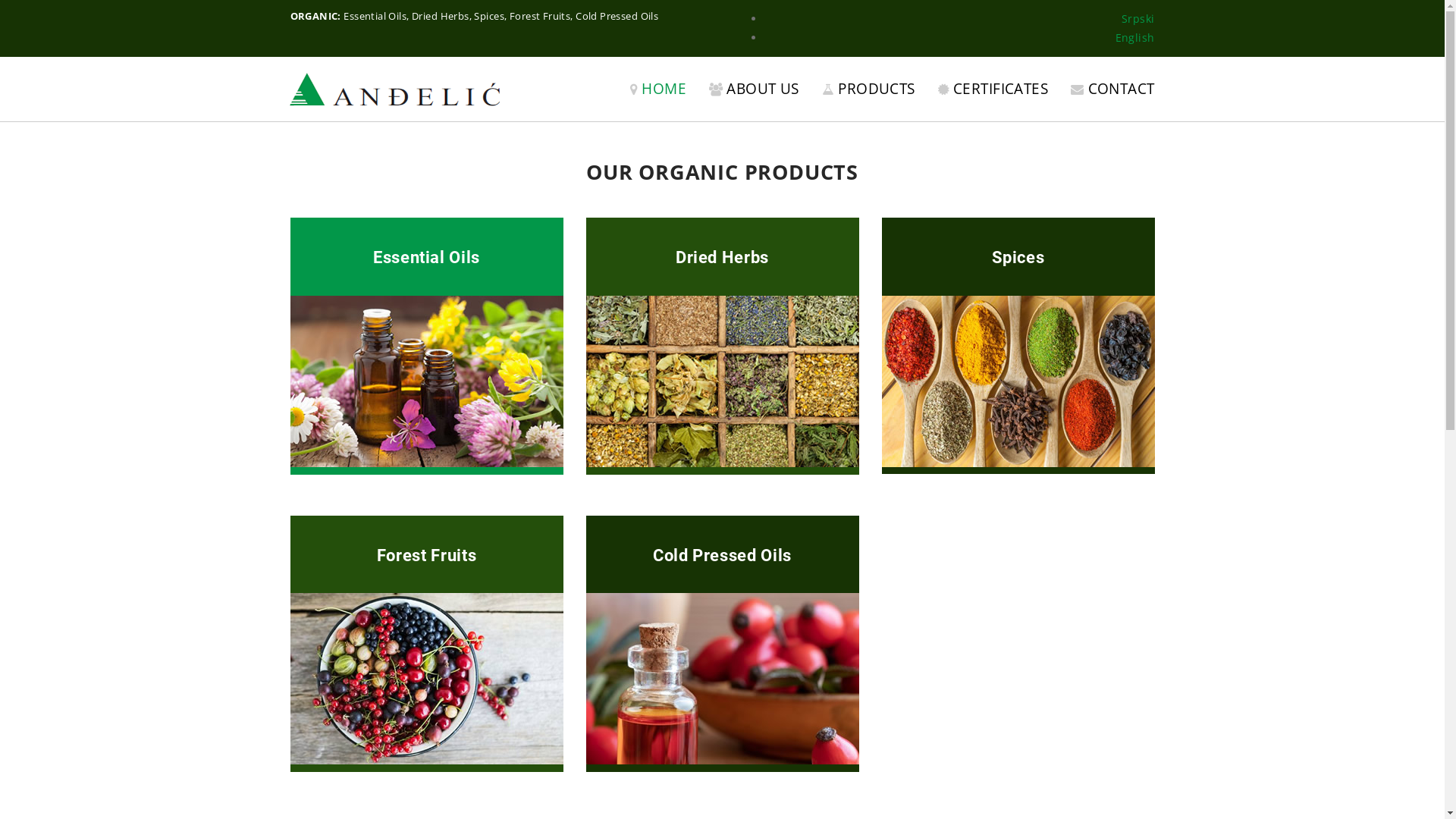 Image resolution: width=1456 pixels, height=819 pixels. I want to click on 'Srpski', so click(1138, 18).